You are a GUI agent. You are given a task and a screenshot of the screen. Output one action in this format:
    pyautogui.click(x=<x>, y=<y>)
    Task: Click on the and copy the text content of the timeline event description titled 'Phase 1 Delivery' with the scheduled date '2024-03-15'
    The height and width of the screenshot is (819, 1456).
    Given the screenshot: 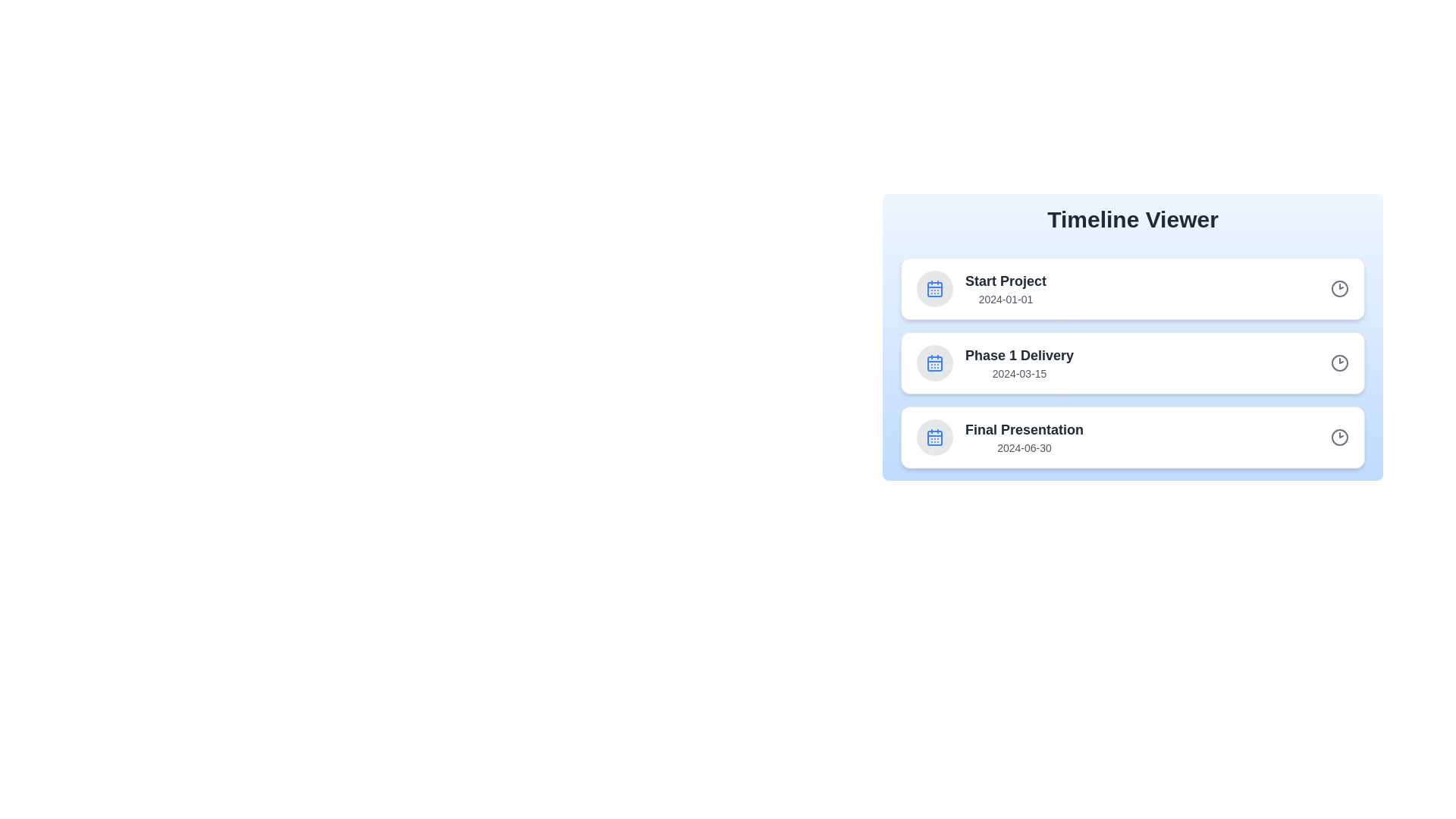 What is the action you would take?
    pyautogui.click(x=1019, y=362)
    